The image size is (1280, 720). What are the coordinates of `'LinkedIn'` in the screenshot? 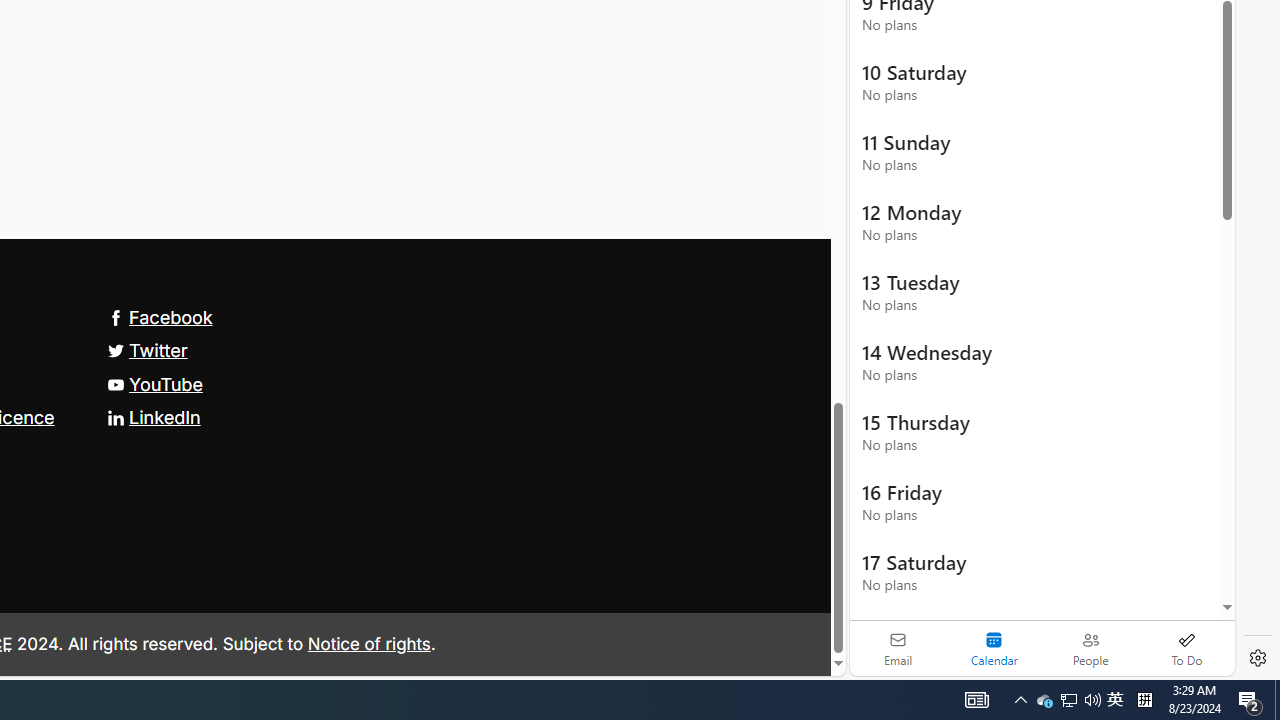 It's located at (152, 415).